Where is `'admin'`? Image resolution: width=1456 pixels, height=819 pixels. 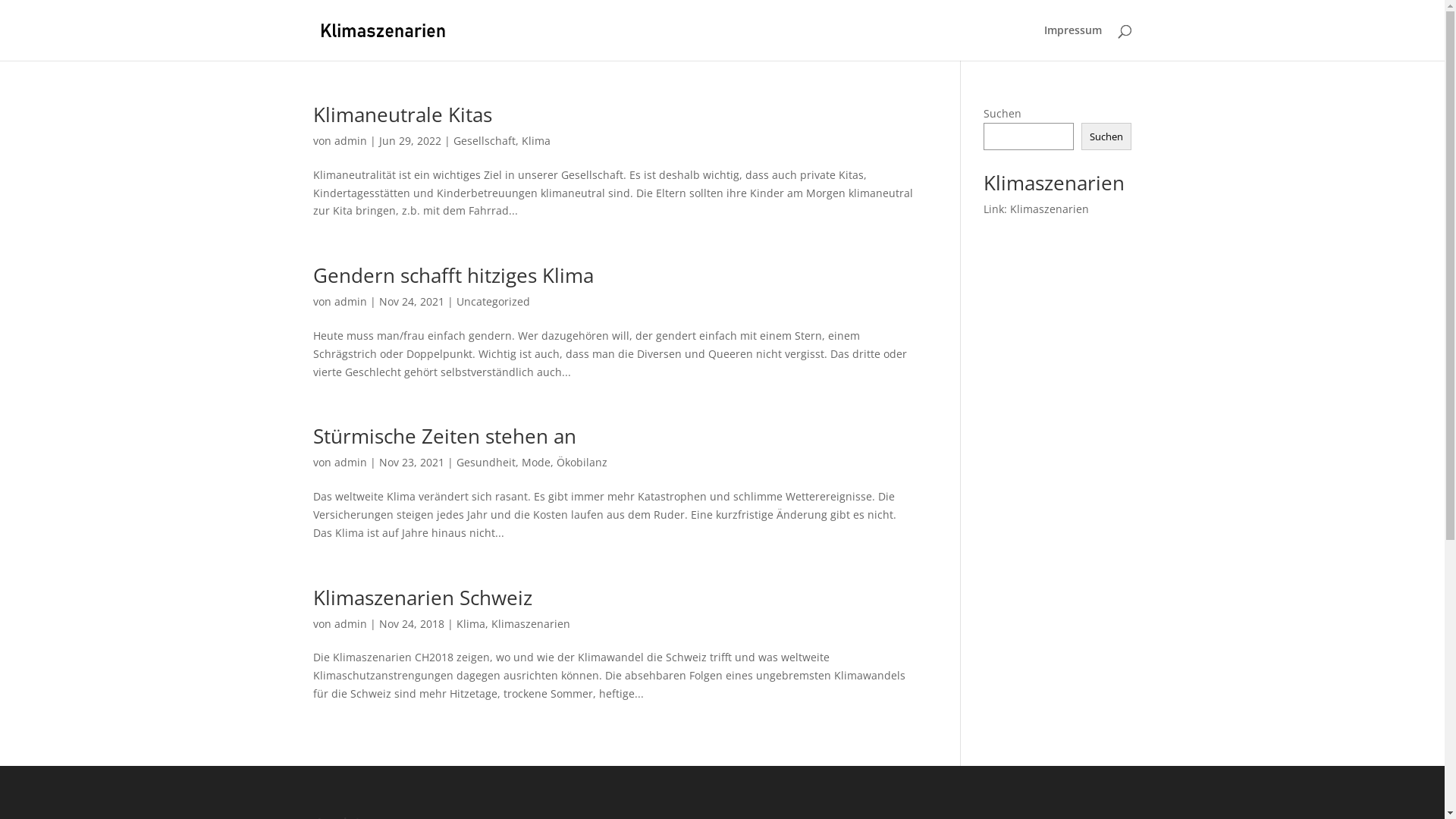 'admin' is located at coordinates (349, 140).